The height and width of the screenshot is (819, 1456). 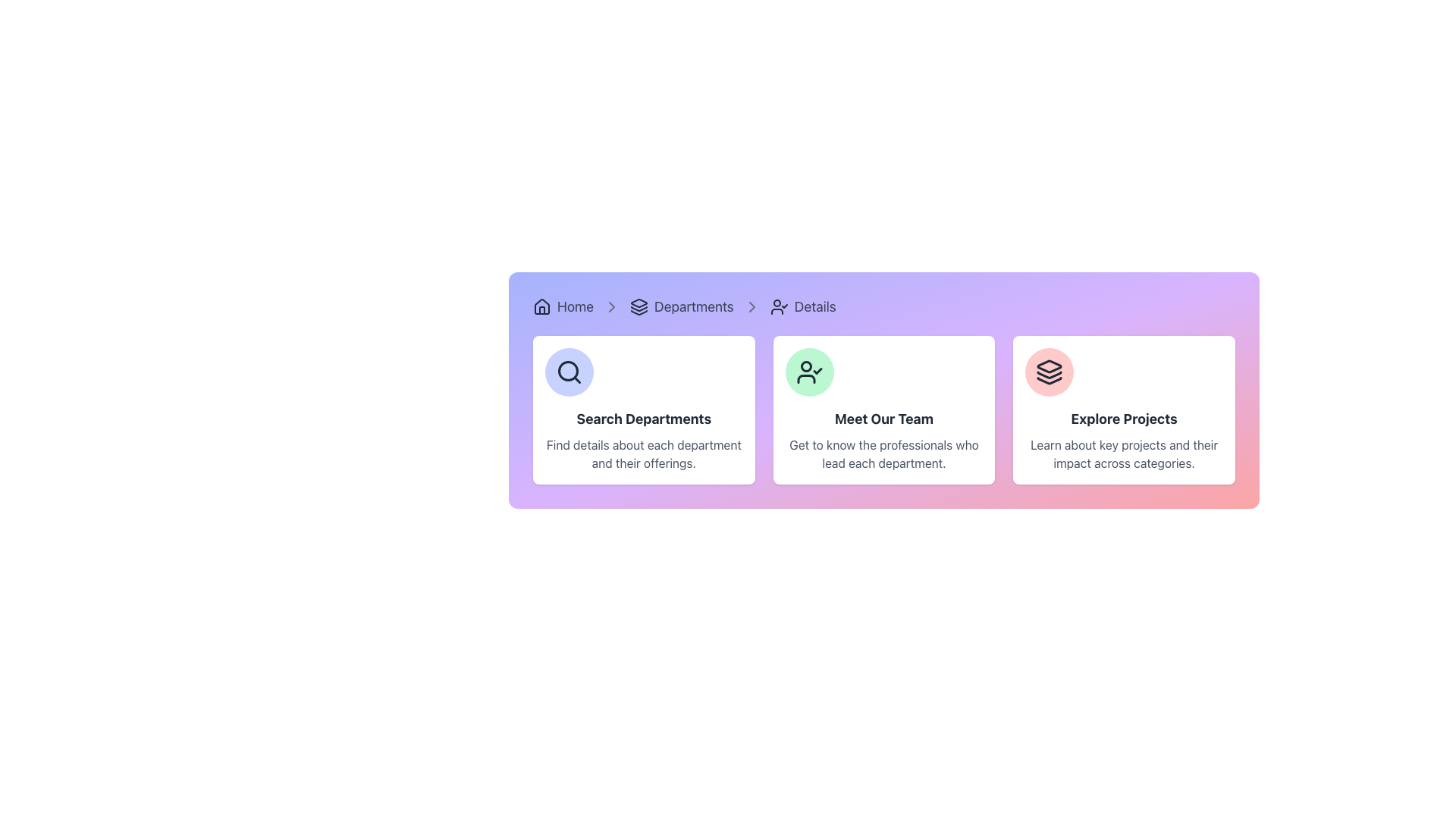 I want to click on the third item in the breadcrumb navigation bar, which is the 'Departments' link, so click(x=693, y=307).